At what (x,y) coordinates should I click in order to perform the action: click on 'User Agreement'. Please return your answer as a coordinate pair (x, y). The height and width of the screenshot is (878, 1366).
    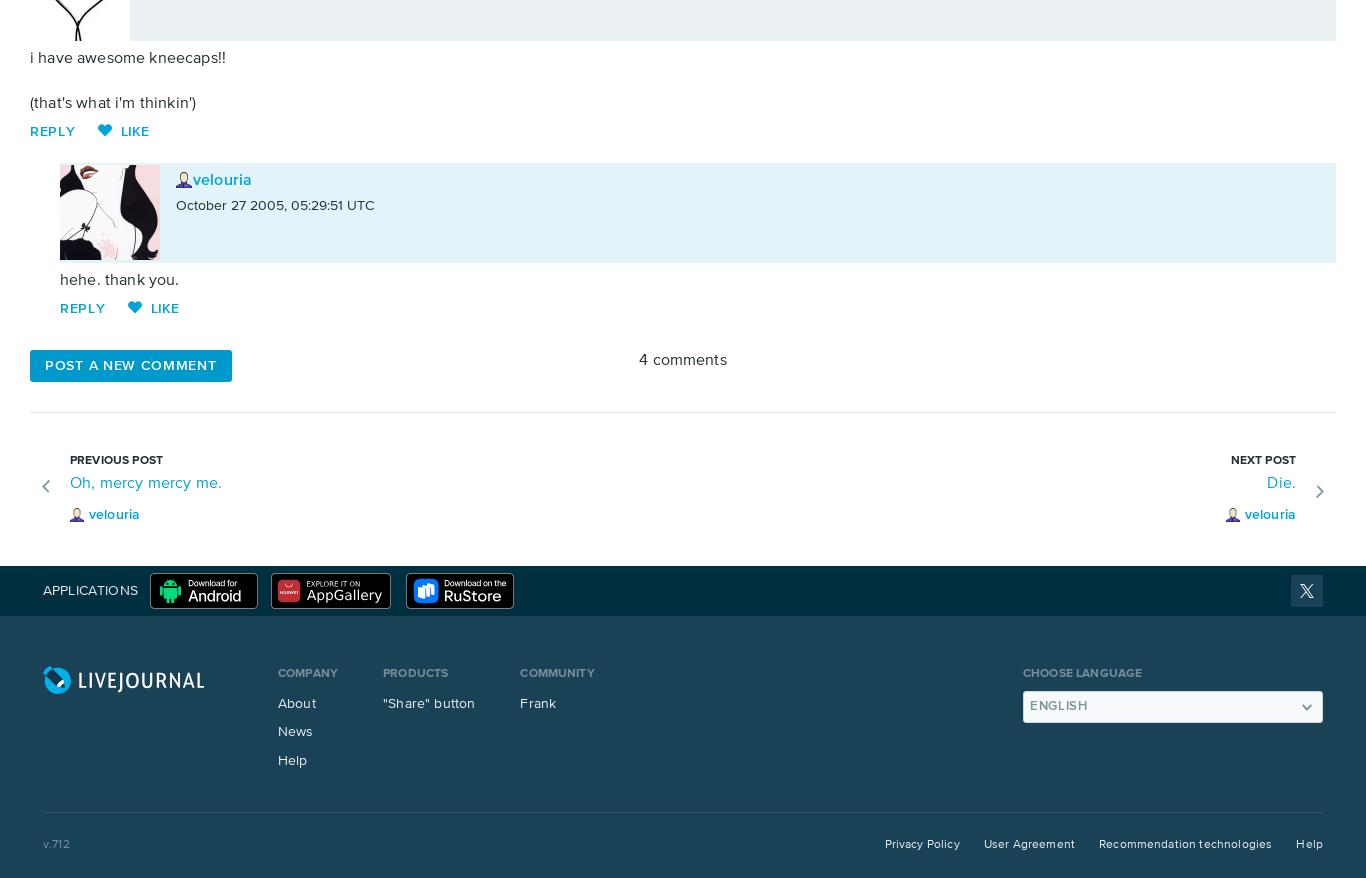
    Looking at the image, I should click on (1028, 844).